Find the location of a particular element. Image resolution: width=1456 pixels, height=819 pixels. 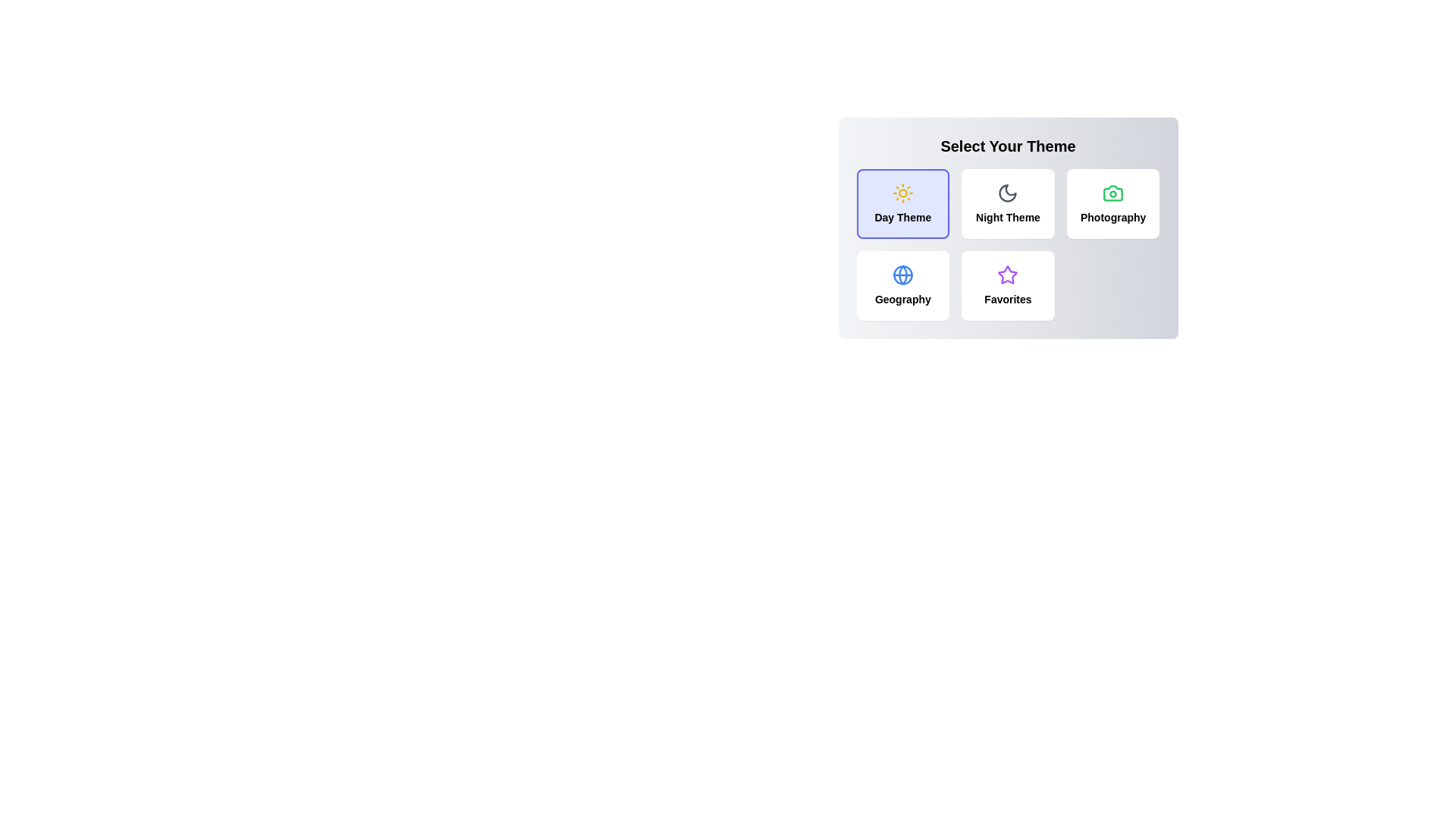

the 'Night Theme' button located in the second position of the first row in the 3x2 grid under the 'Select Your Theme' heading is located at coordinates (1008, 227).